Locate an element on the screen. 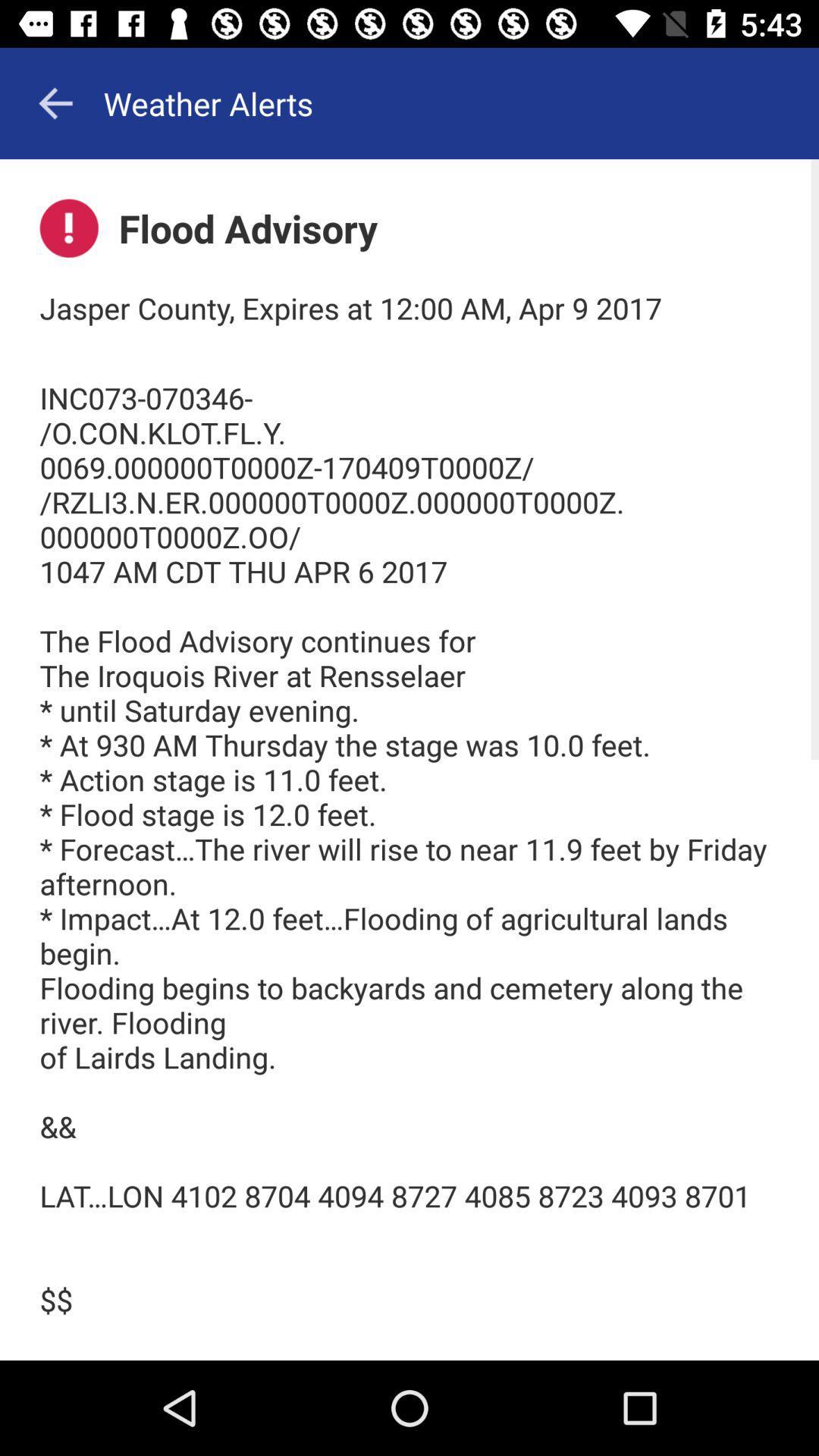 This screenshot has height=1456, width=819. item next to the weather alerts is located at coordinates (55, 102).